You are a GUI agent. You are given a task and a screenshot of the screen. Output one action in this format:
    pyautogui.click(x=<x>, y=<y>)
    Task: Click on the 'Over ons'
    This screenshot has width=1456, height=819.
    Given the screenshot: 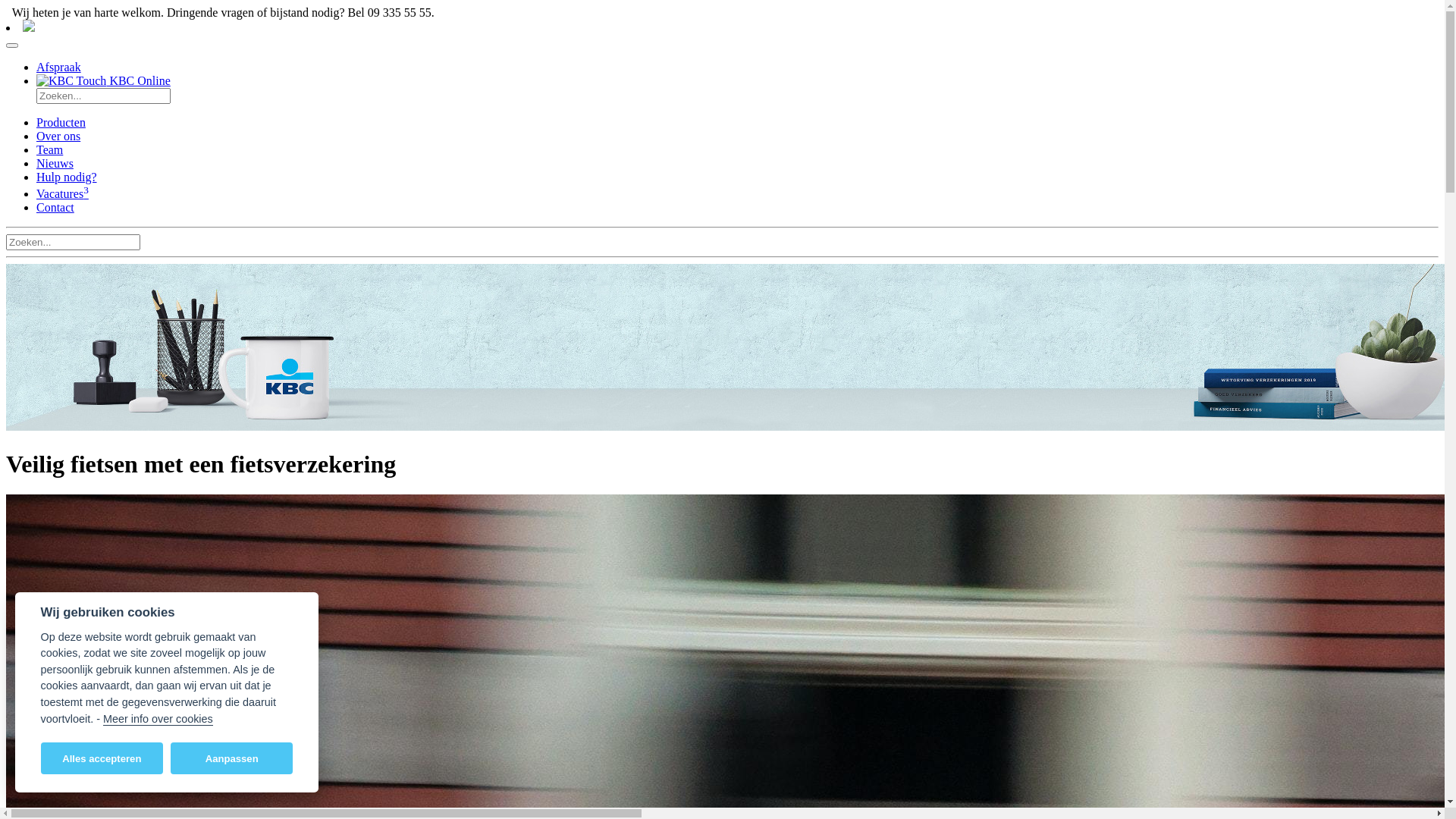 What is the action you would take?
    pyautogui.click(x=58, y=135)
    